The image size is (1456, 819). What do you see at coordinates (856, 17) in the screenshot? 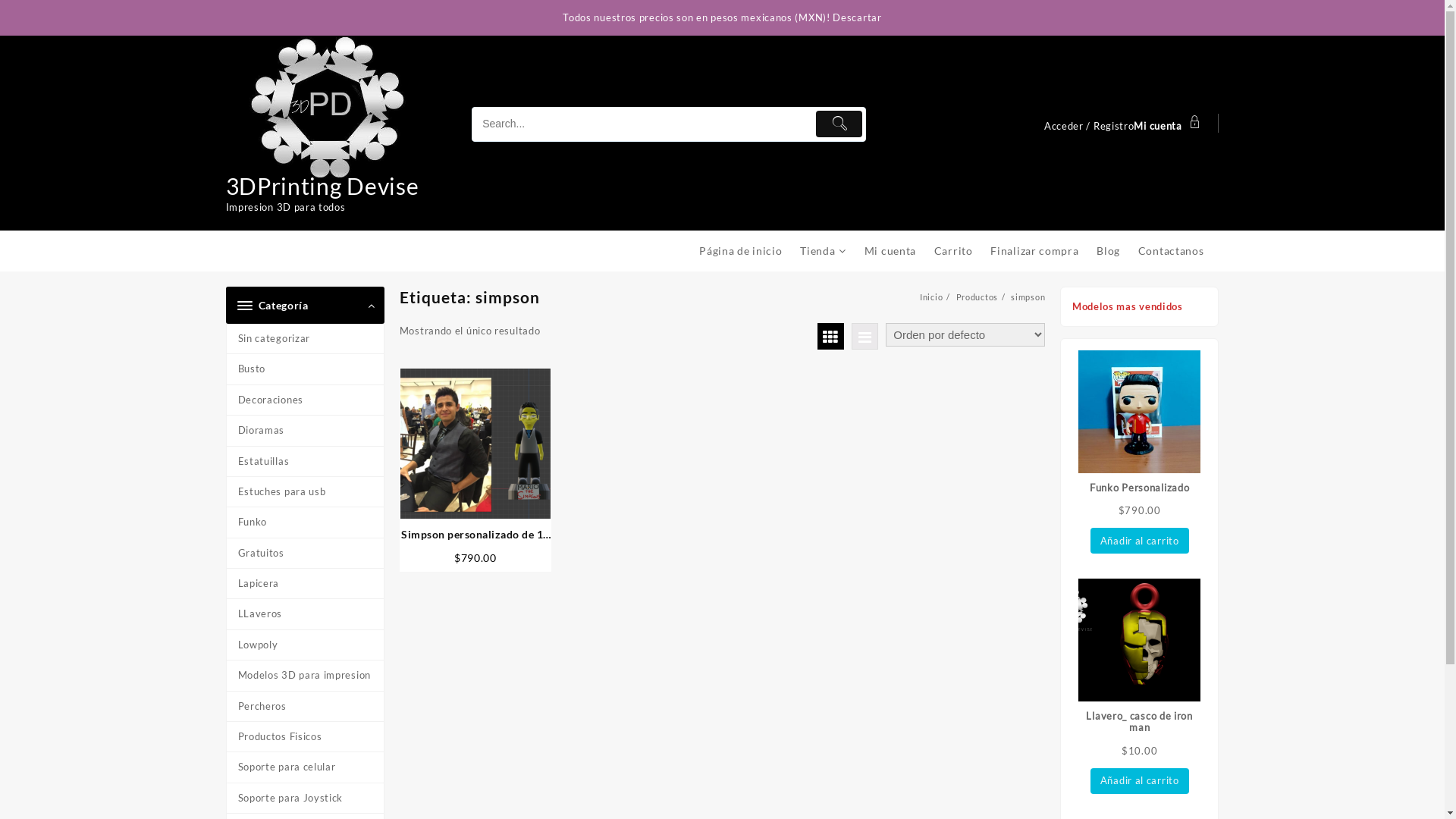
I see `'Descartar'` at bounding box center [856, 17].